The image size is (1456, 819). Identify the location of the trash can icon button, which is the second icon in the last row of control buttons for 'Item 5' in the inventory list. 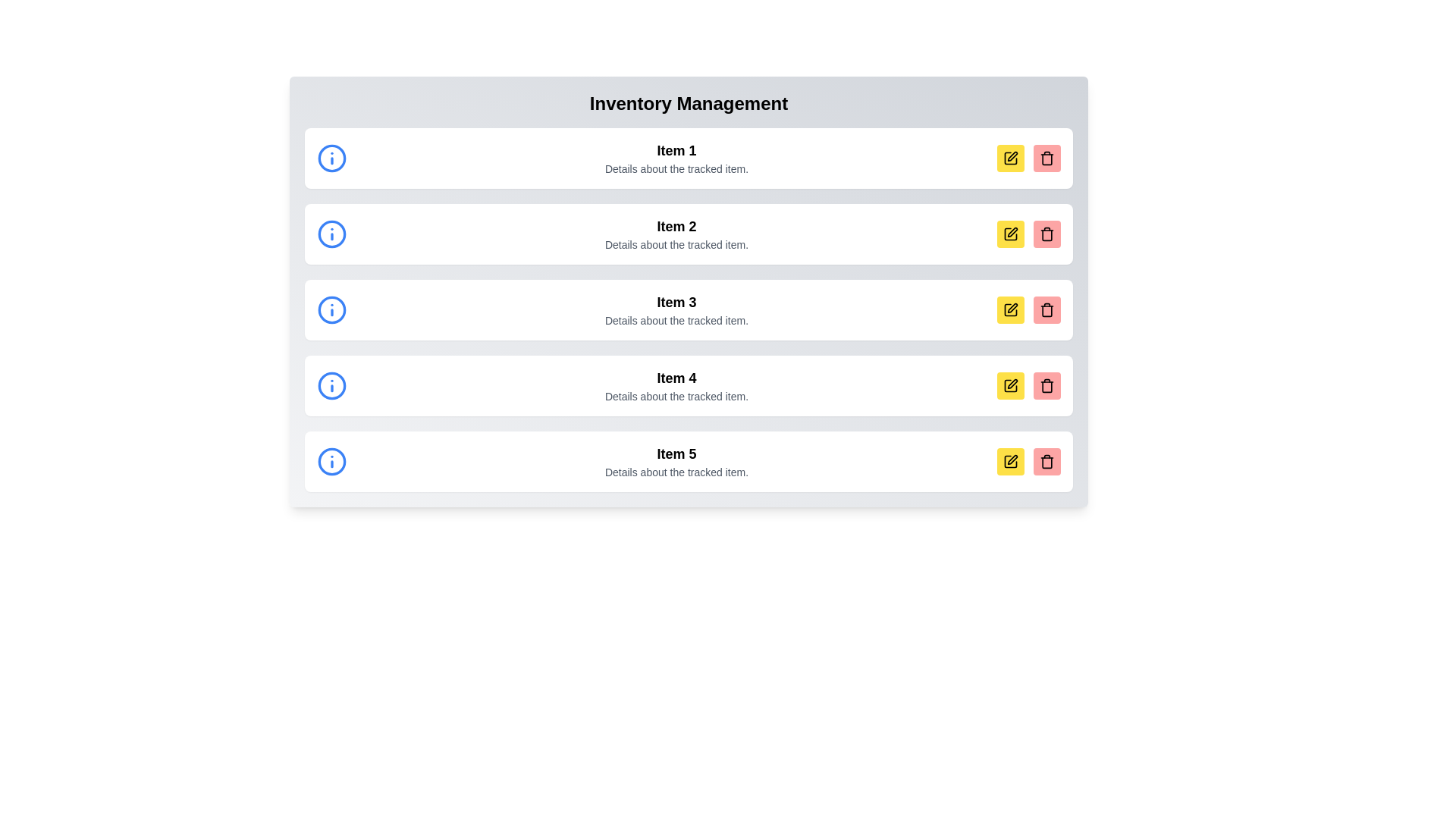
(1046, 461).